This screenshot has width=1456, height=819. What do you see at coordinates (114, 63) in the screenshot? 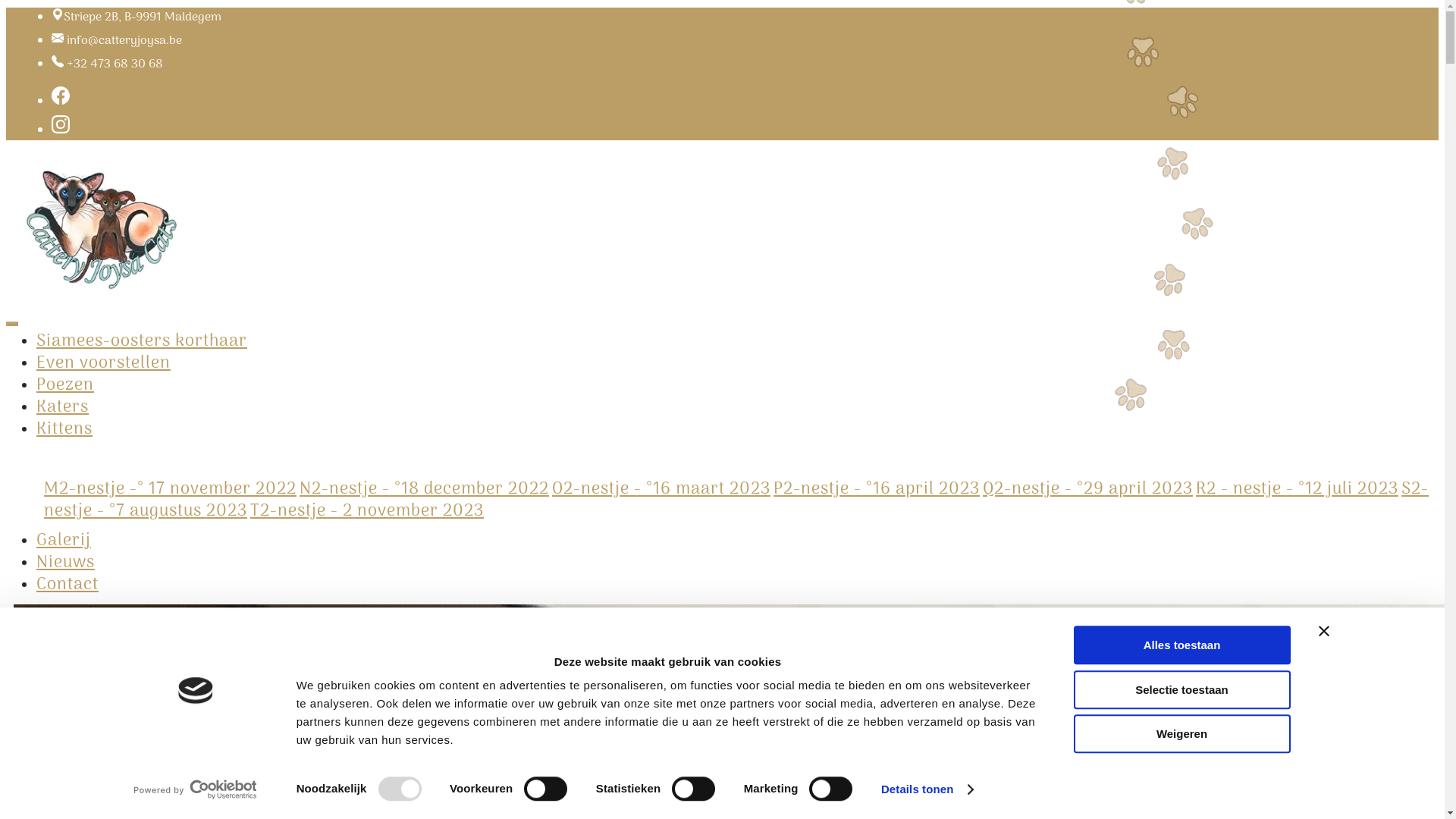
I see `'+32 473 68 30 68'` at bounding box center [114, 63].